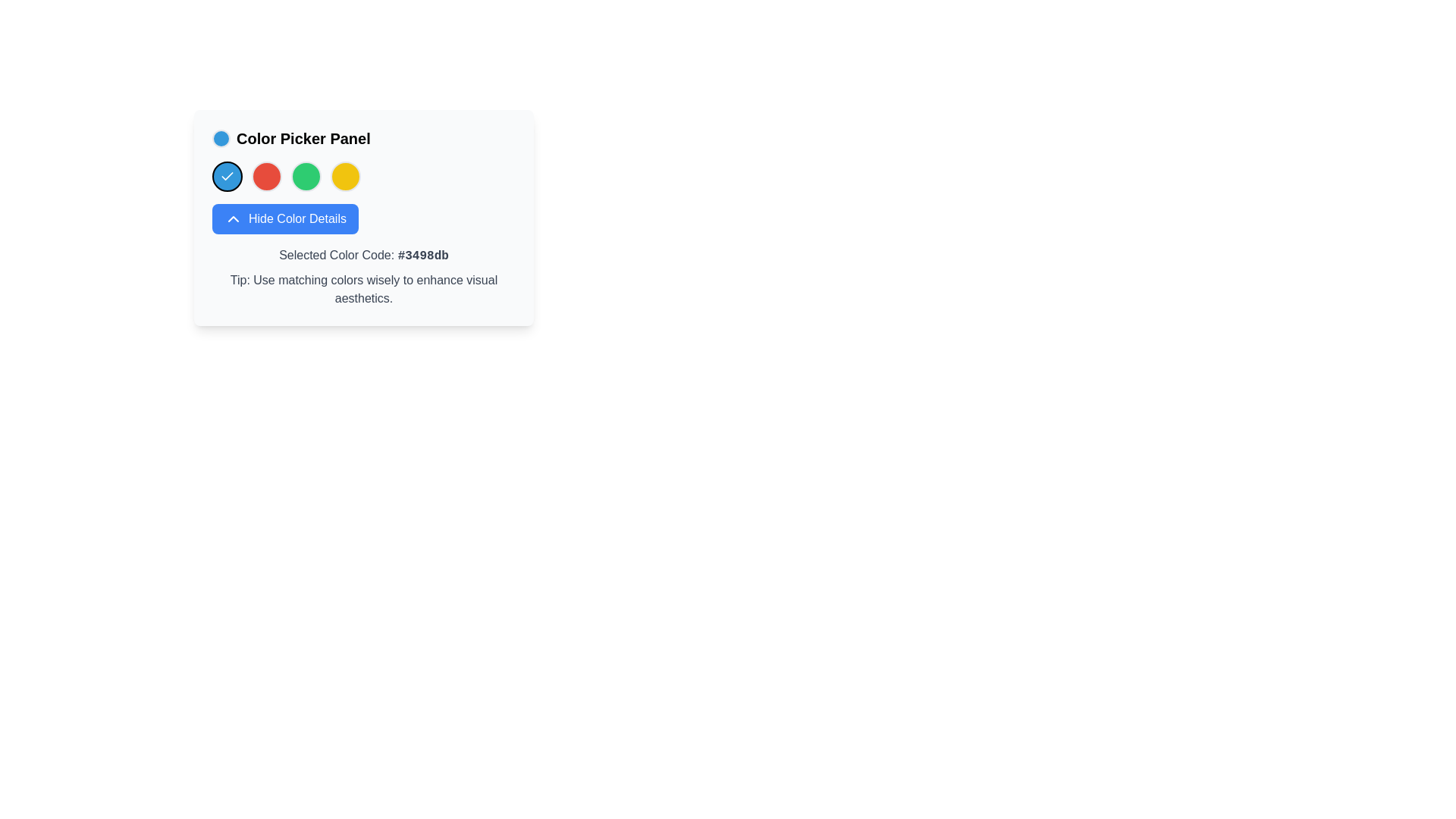  I want to click on the fourth circular color button, which is a rounded green circle, so click(305, 175).